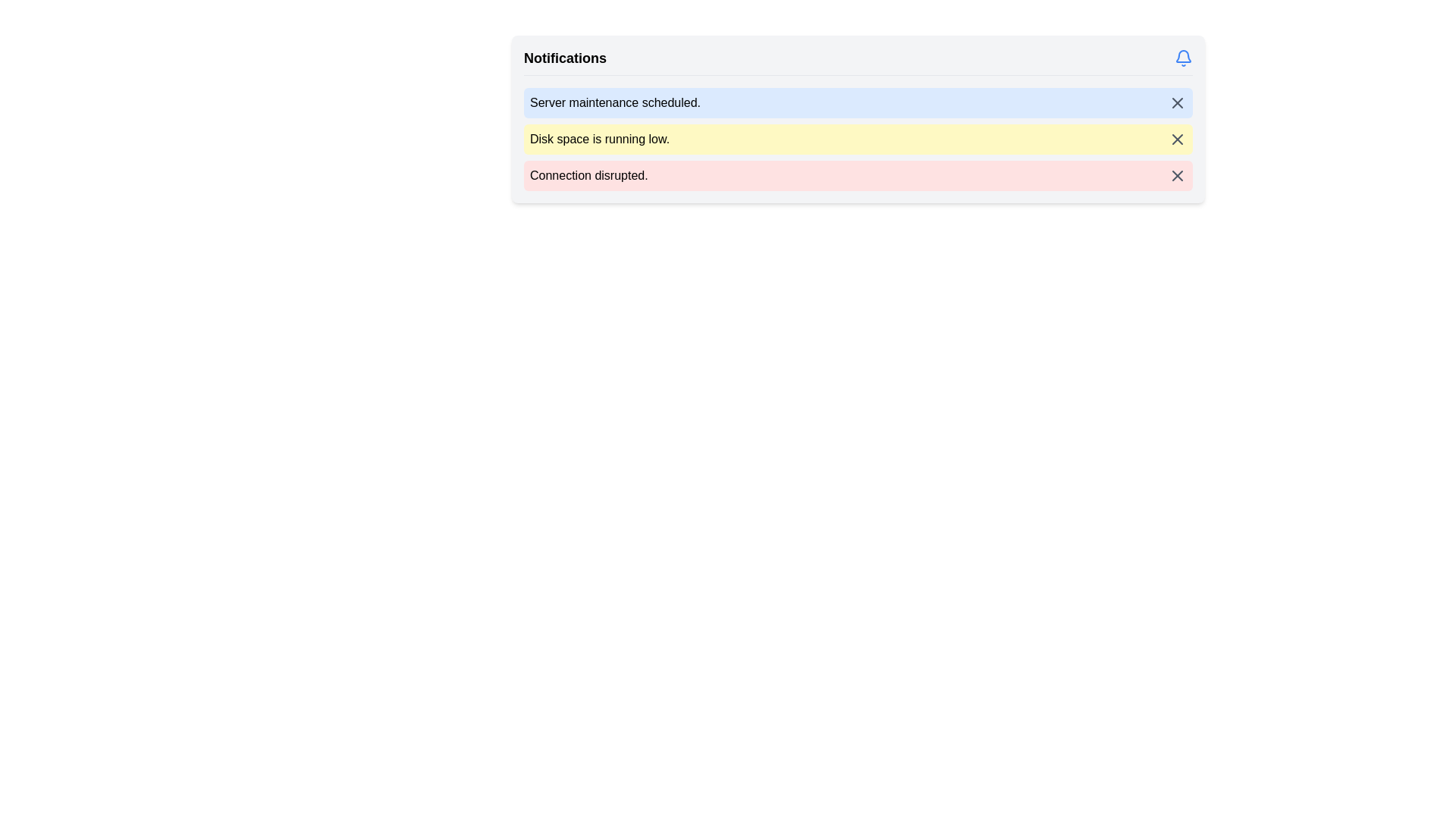 The width and height of the screenshot is (1456, 819). Describe the element at coordinates (1177, 140) in the screenshot. I see `the small, circular button featuring an 'X' icon` at that location.